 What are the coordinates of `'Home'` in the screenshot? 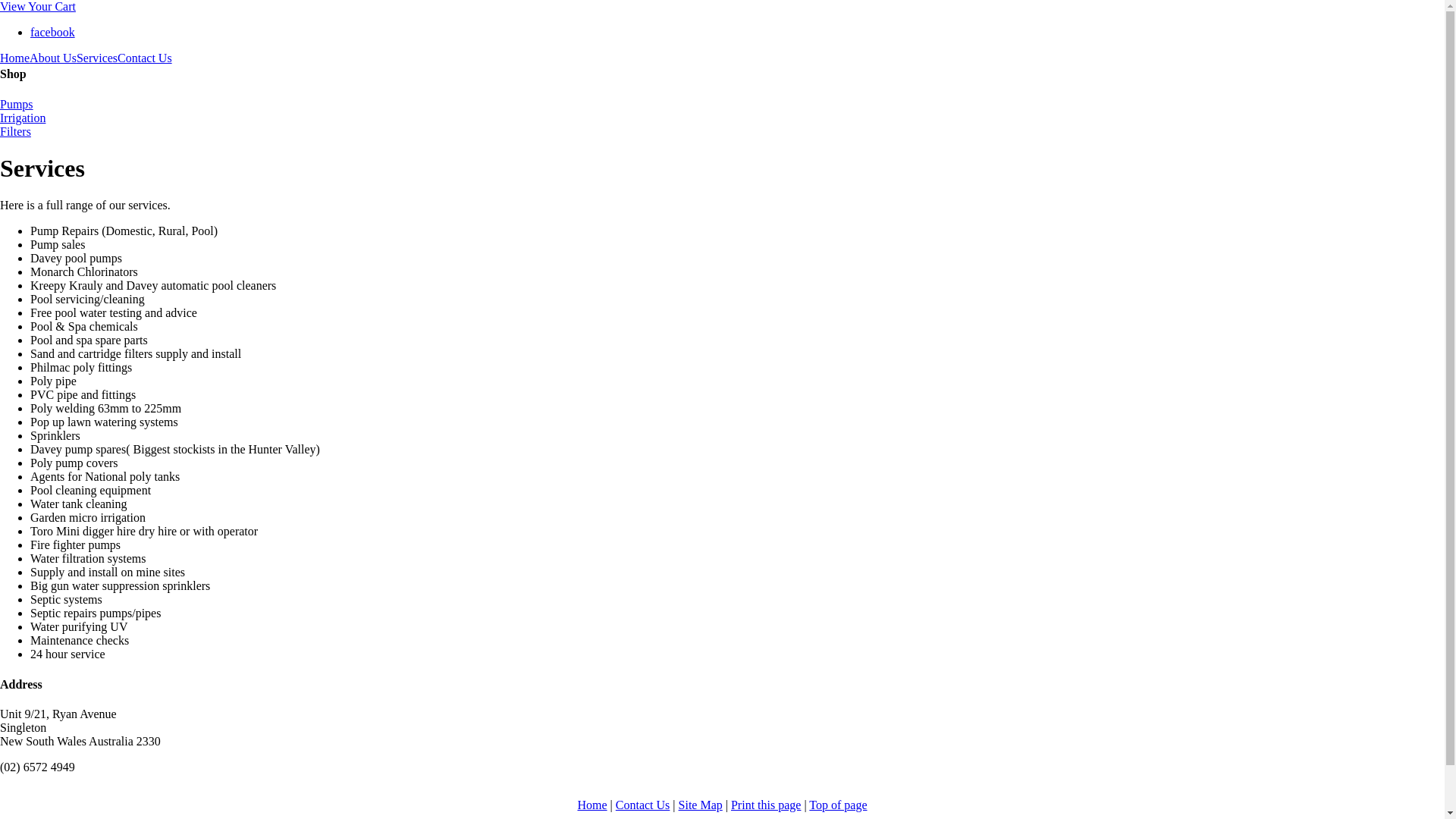 It's located at (591, 804).